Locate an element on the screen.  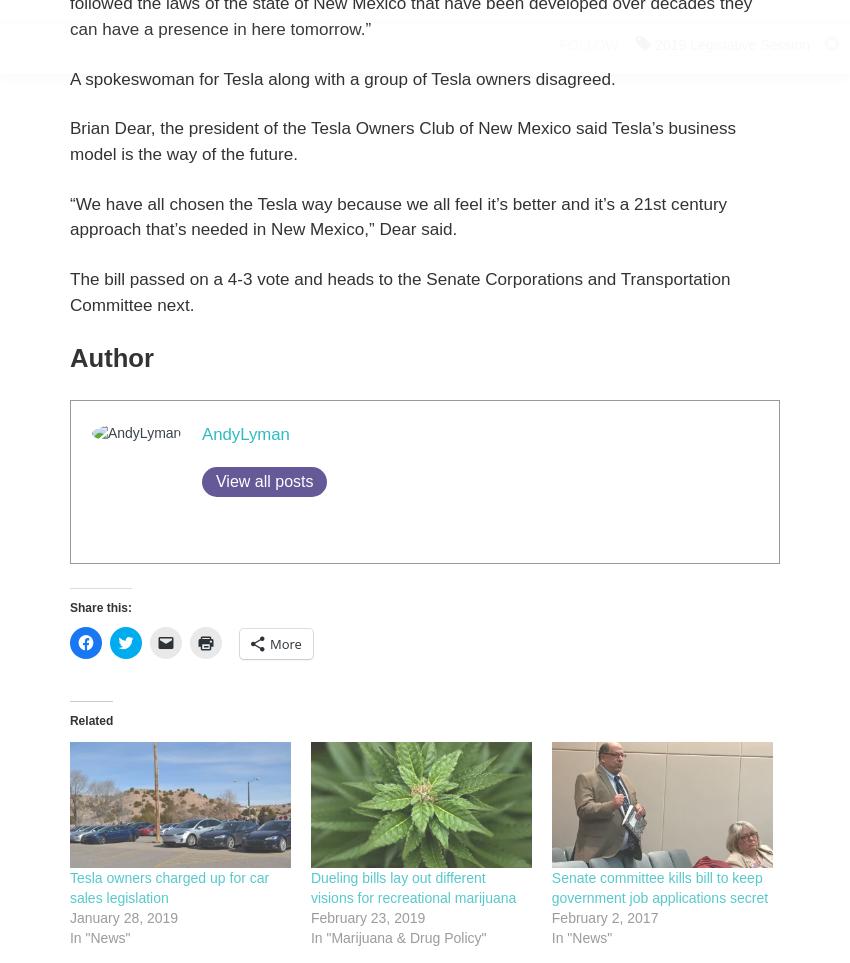
'The bill passed on a 4-3 vote and heads to the Senate Corporations and Transportation Committee next.' is located at coordinates (399, 290).